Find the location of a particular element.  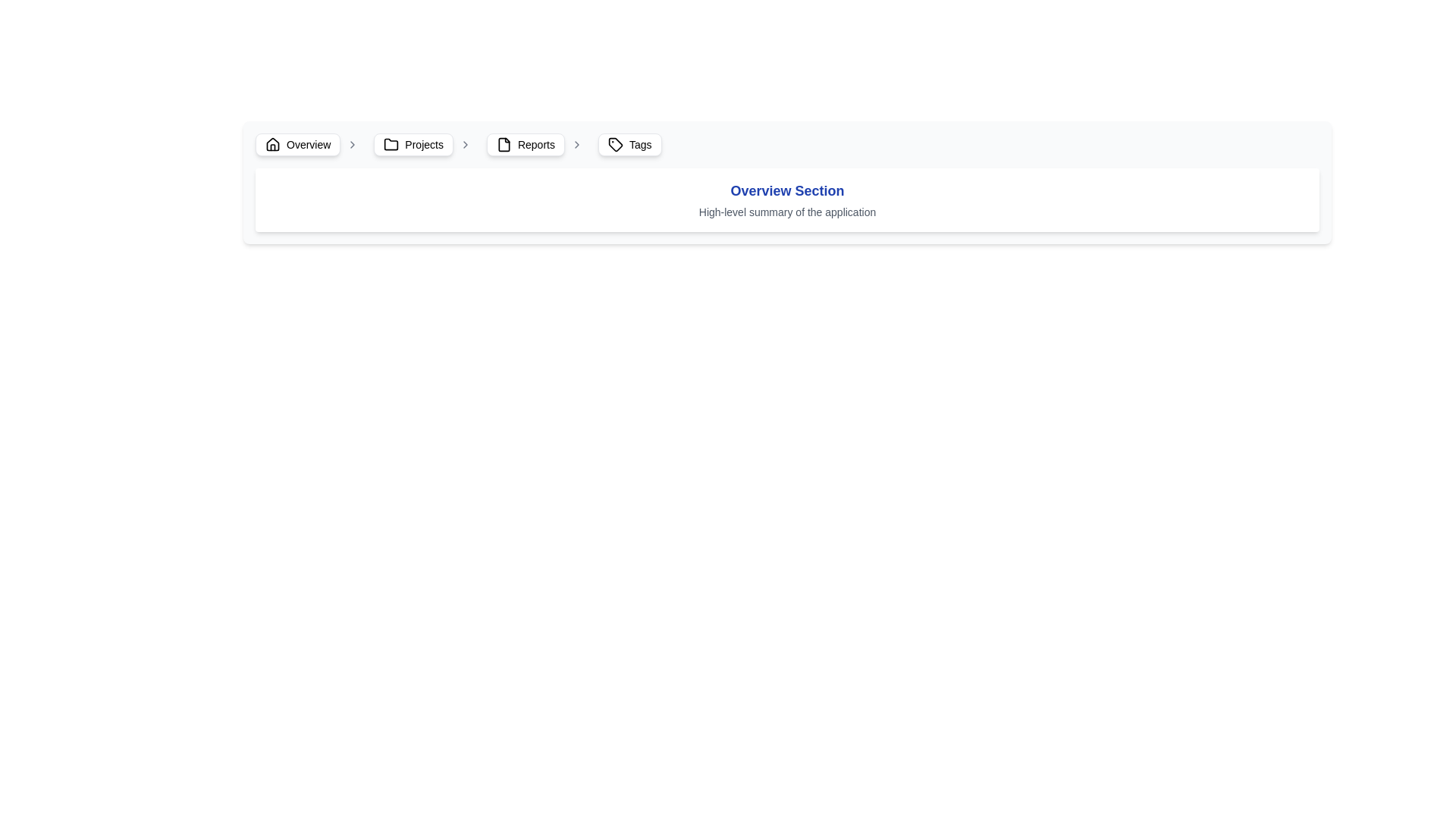

the 'Overview' text label in the breadcrumb navigation header, which is styled with a standard sans-serif font and positioned to the right of a house-shaped icon is located at coordinates (308, 145).